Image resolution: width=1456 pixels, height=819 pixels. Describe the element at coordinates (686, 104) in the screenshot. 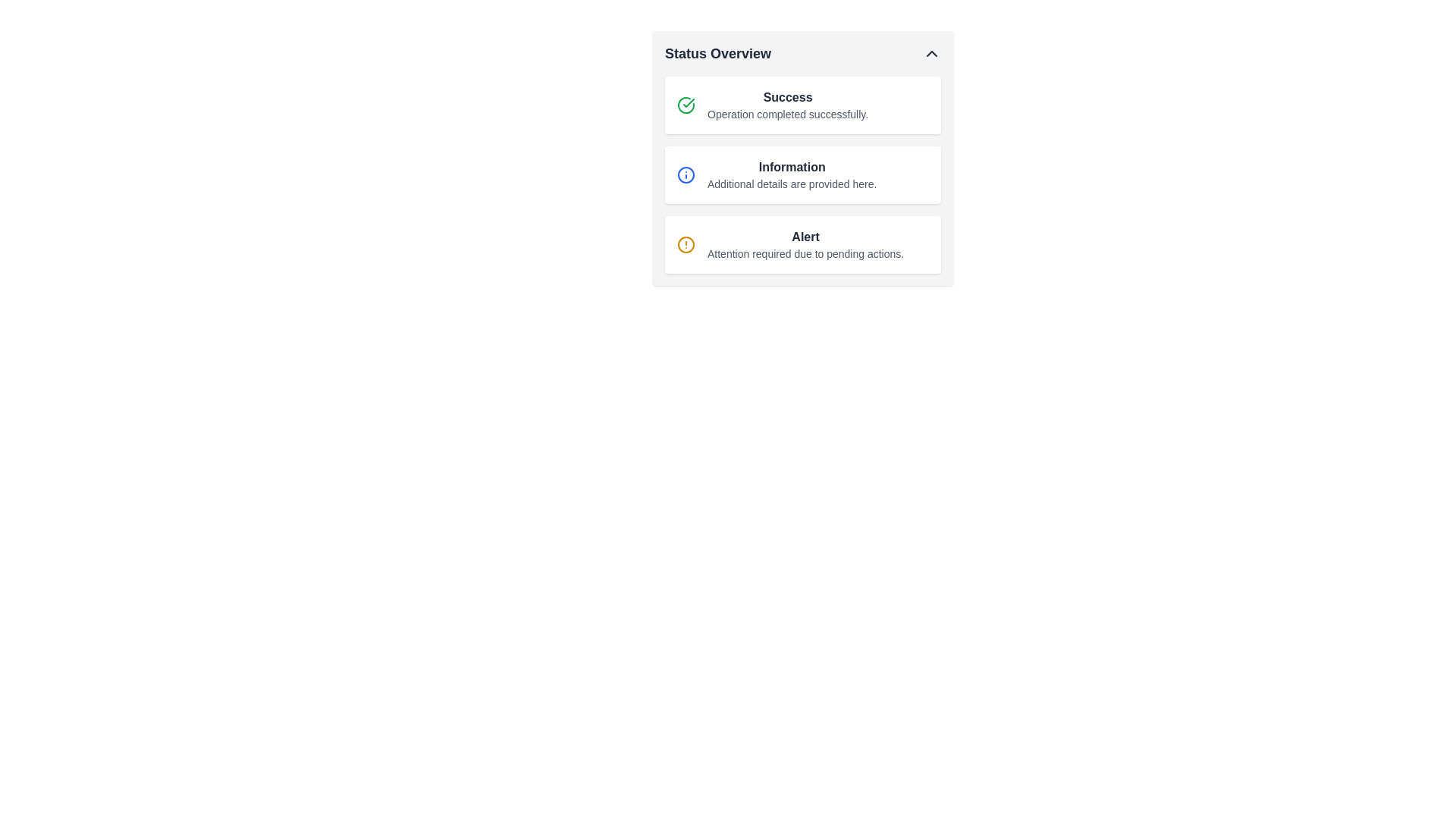

I see `the green circular icon with a checkmark inside, which symbolizes a successful operation, located to the left of the text 'Success Operation completed successfully.'` at that location.